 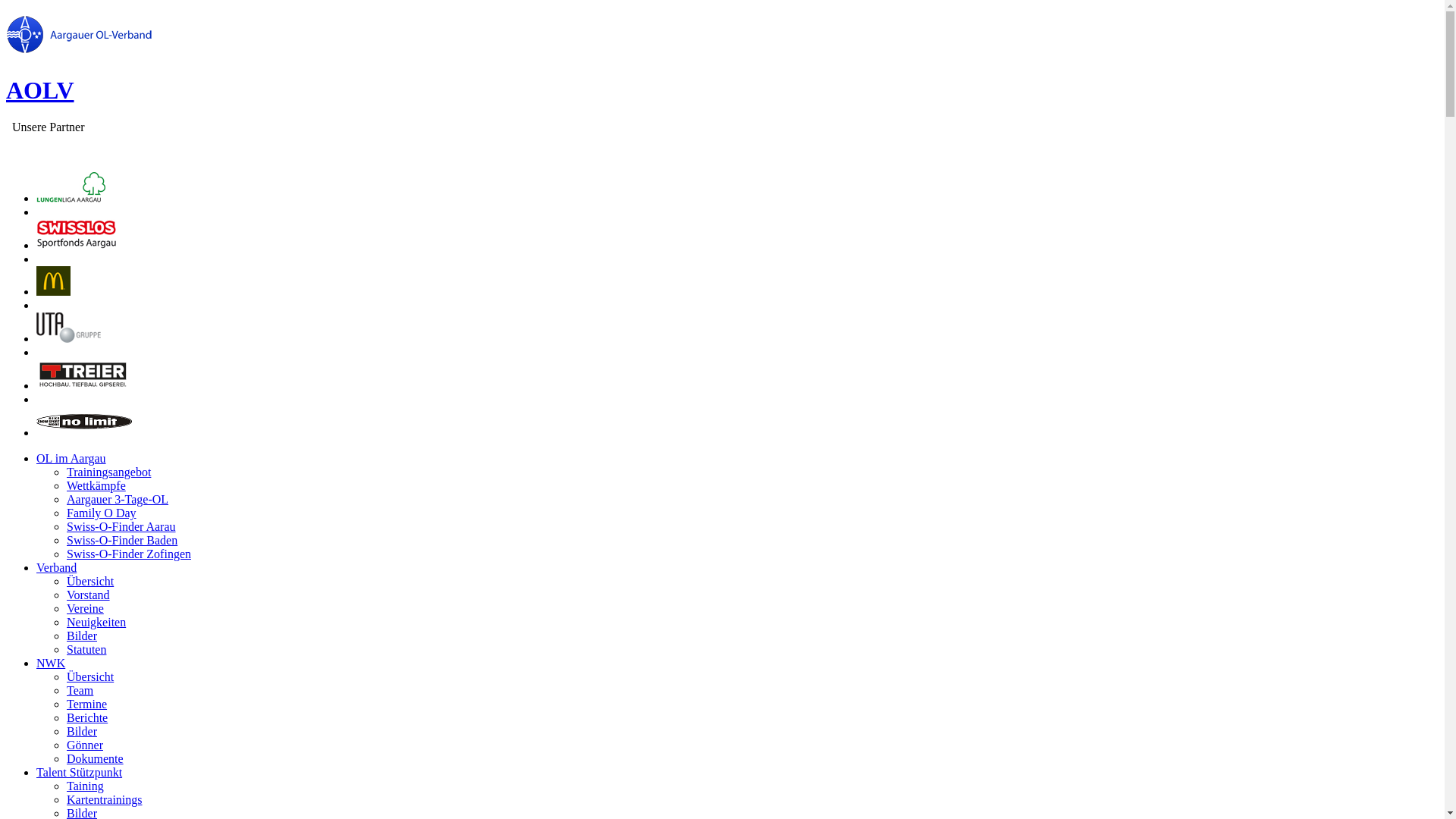 What do you see at coordinates (56, 567) in the screenshot?
I see `'Verband'` at bounding box center [56, 567].